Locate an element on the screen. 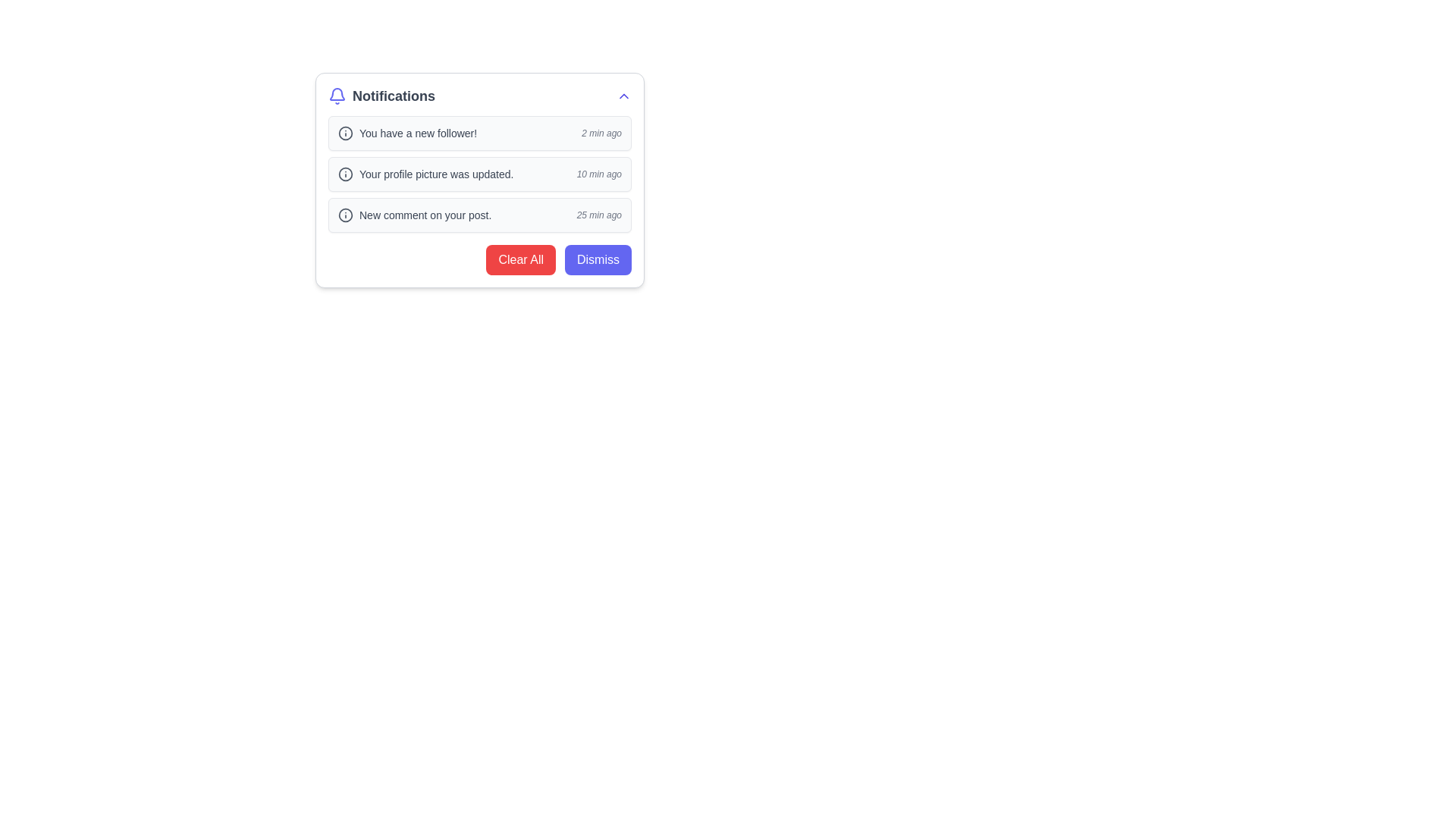 This screenshot has height=819, width=1456. the circular boundary of the notification icon located in the second notification item in the list is located at coordinates (345, 174).